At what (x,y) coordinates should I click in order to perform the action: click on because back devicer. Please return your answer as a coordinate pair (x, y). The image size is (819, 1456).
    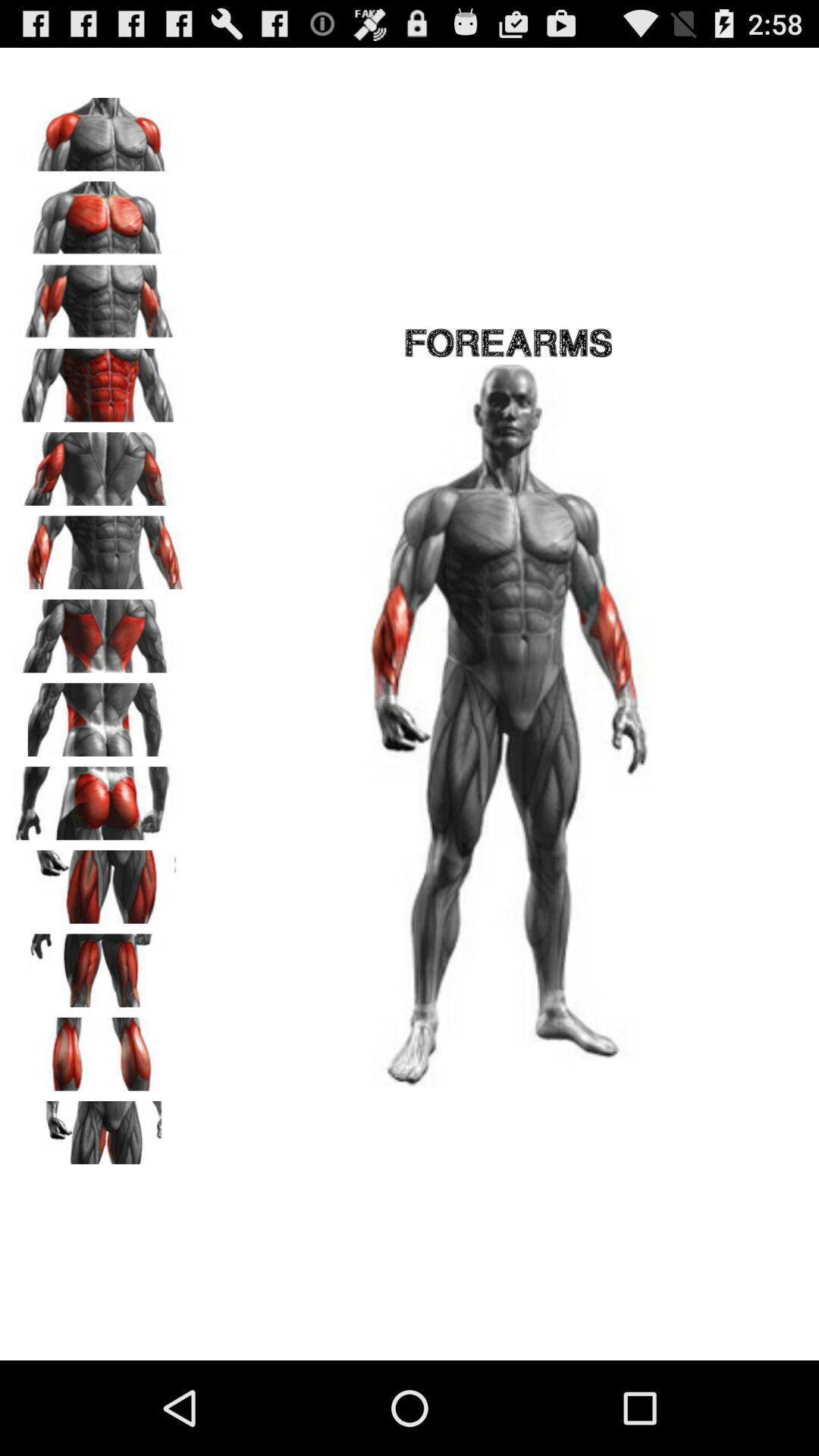
    Looking at the image, I should click on (99, 546).